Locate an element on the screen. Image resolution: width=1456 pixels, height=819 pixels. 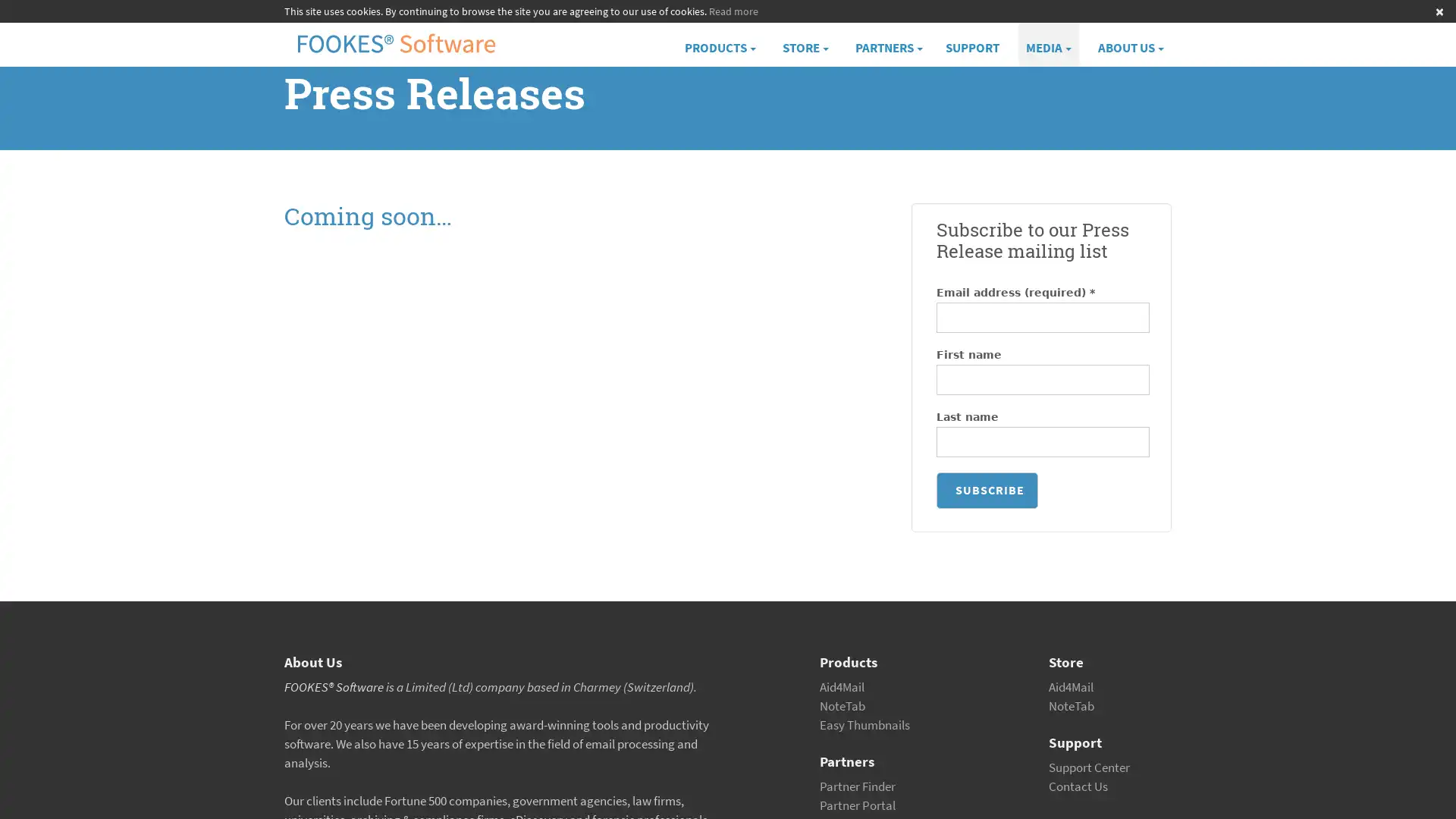
Subscribe is located at coordinates (986, 491).